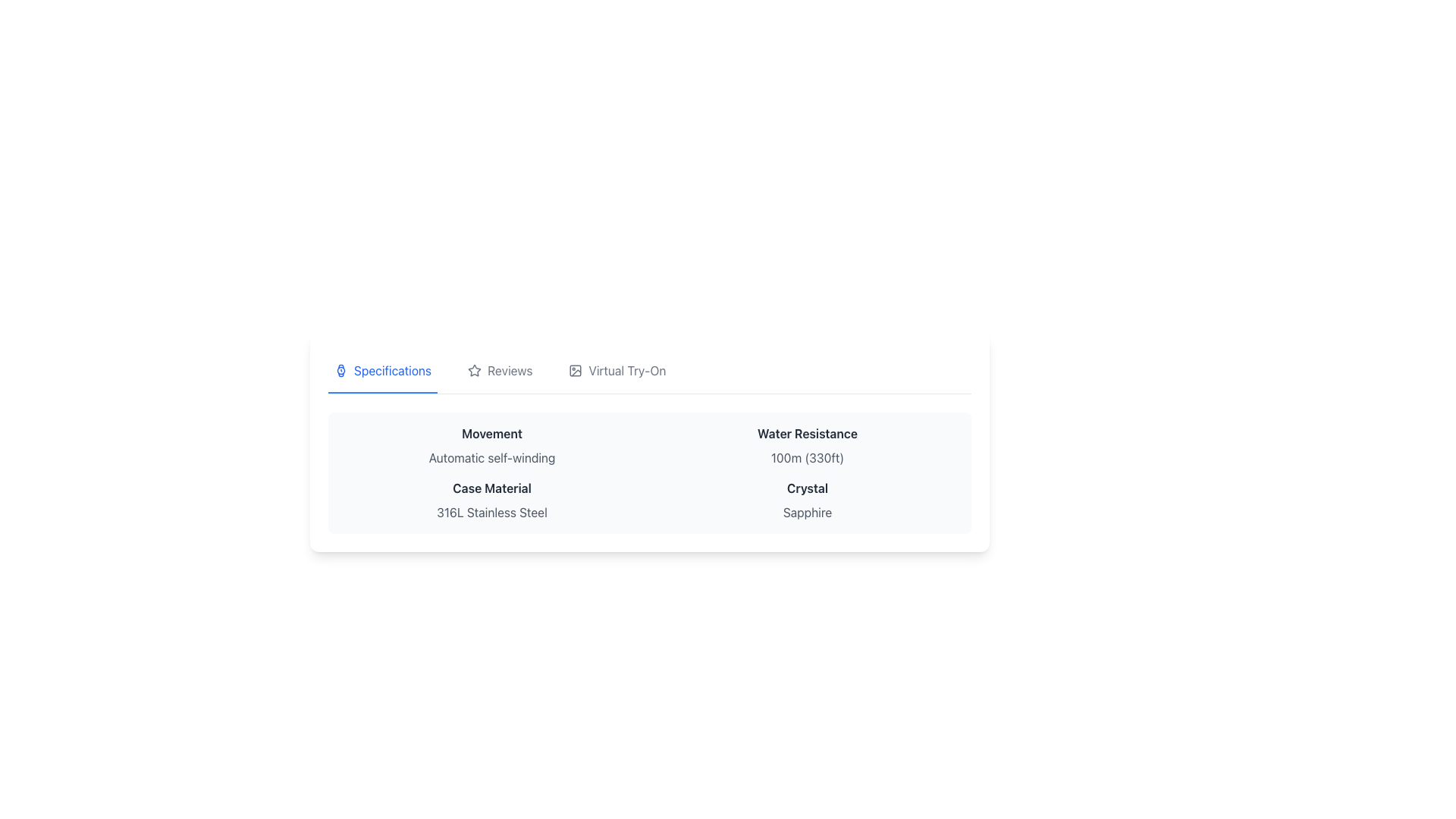 This screenshot has width=1456, height=819. What do you see at coordinates (393, 371) in the screenshot?
I see `the 'Specifications' text label, which is styled in bold blue font and is the first item in a navigation bar` at bounding box center [393, 371].